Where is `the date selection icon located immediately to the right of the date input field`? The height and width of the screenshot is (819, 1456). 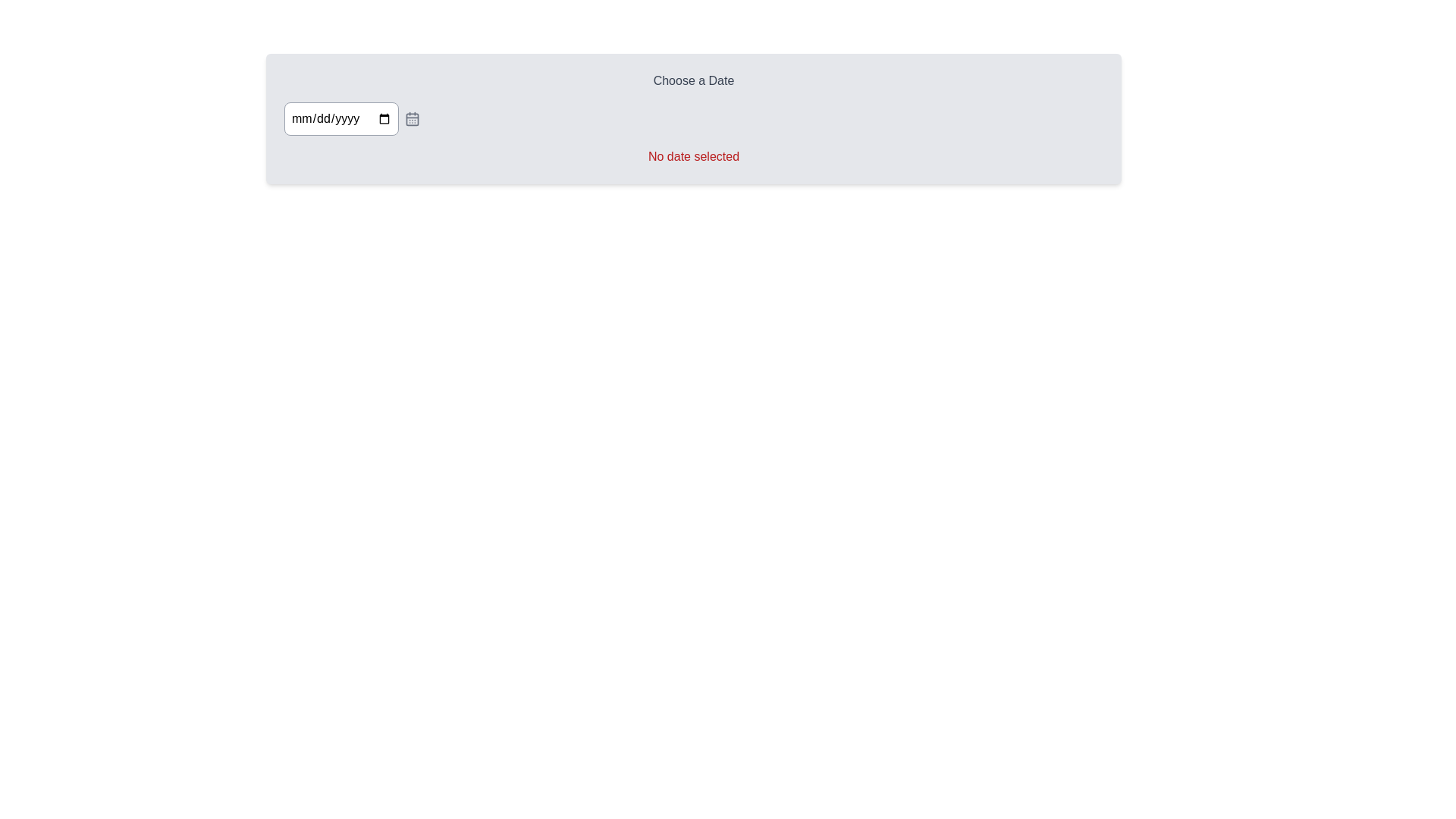
the date selection icon located immediately to the right of the date input field is located at coordinates (412, 118).